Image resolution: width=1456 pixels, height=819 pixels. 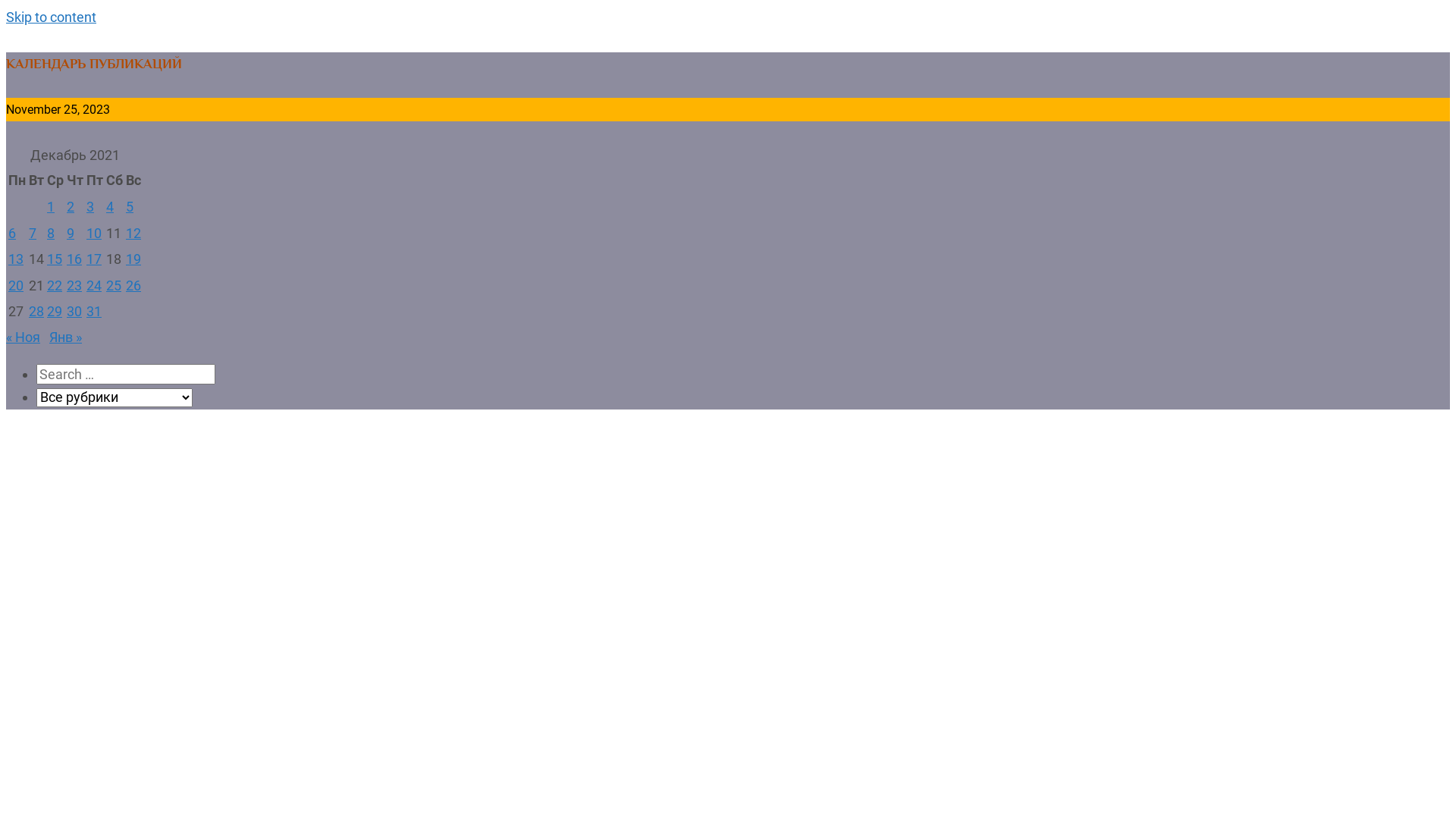 What do you see at coordinates (51, 206) in the screenshot?
I see `'1'` at bounding box center [51, 206].